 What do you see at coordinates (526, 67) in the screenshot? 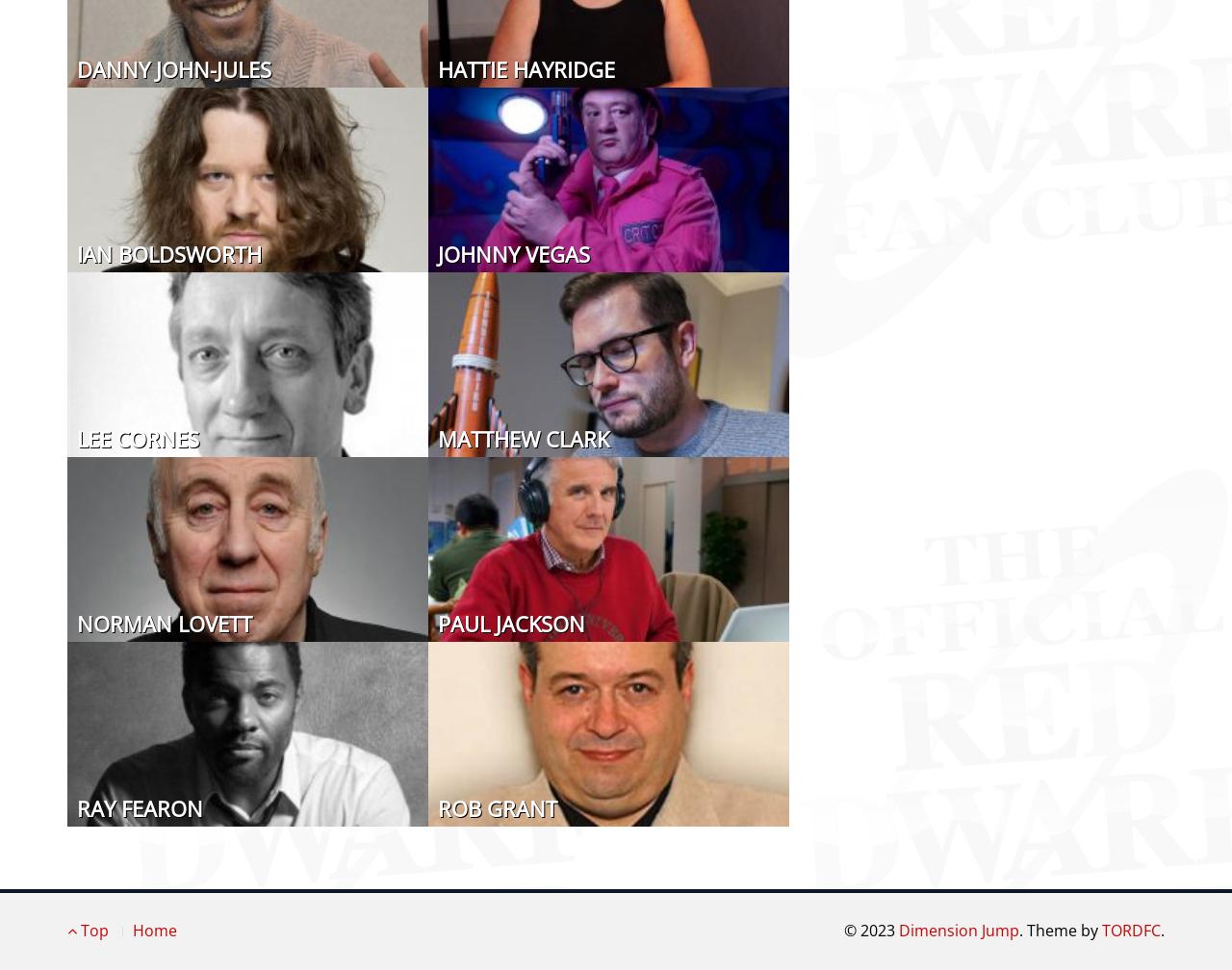
I see `'Hattie Hayridge'` at bounding box center [526, 67].